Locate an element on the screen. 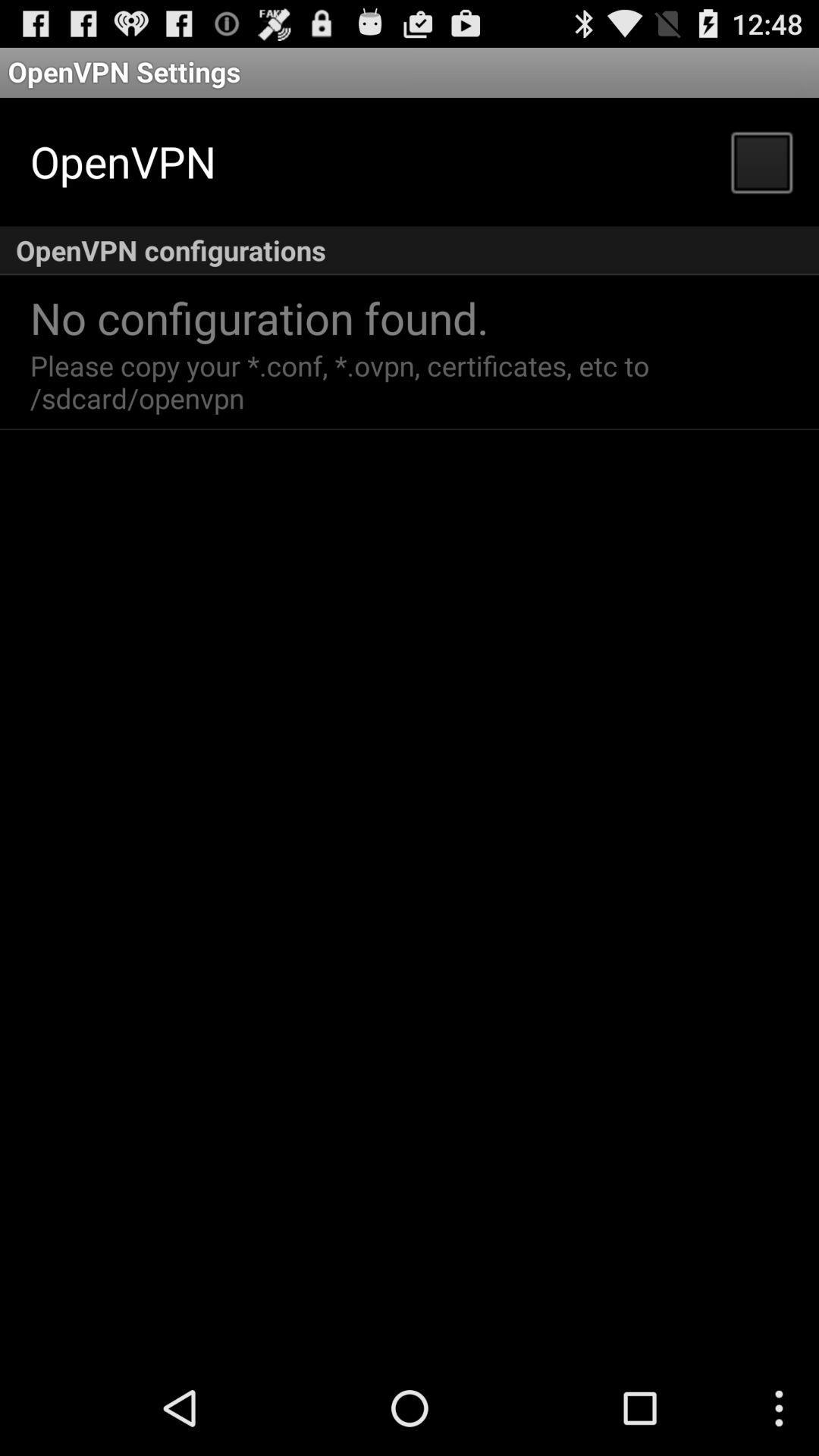 Image resolution: width=819 pixels, height=1456 pixels. item above the please copy your icon is located at coordinates (259, 316).